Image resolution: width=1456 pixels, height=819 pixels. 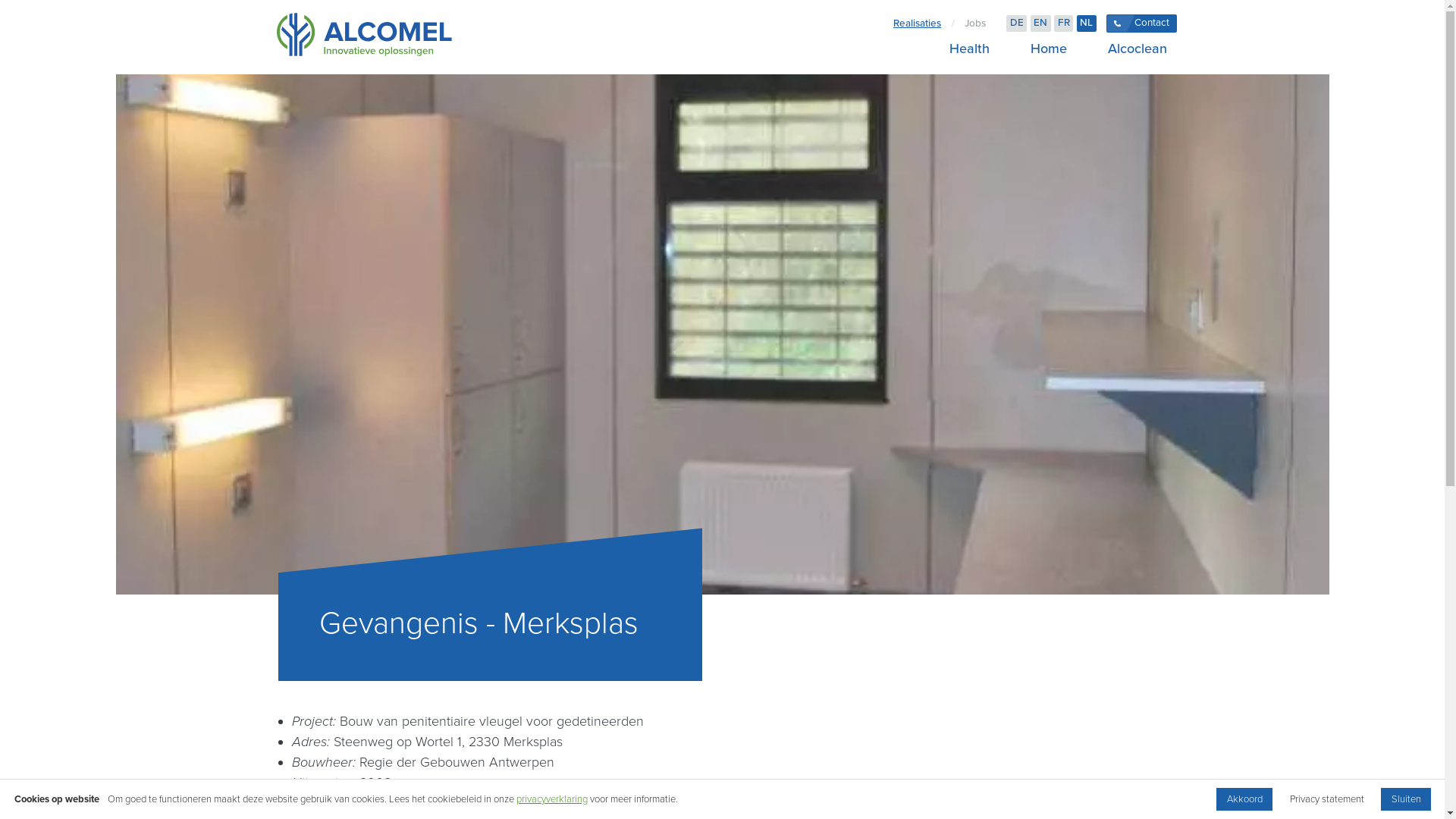 What do you see at coordinates (1244, 798) in the screenshot?
I see `'Akkoord'` at bounding box center [1244, 798].